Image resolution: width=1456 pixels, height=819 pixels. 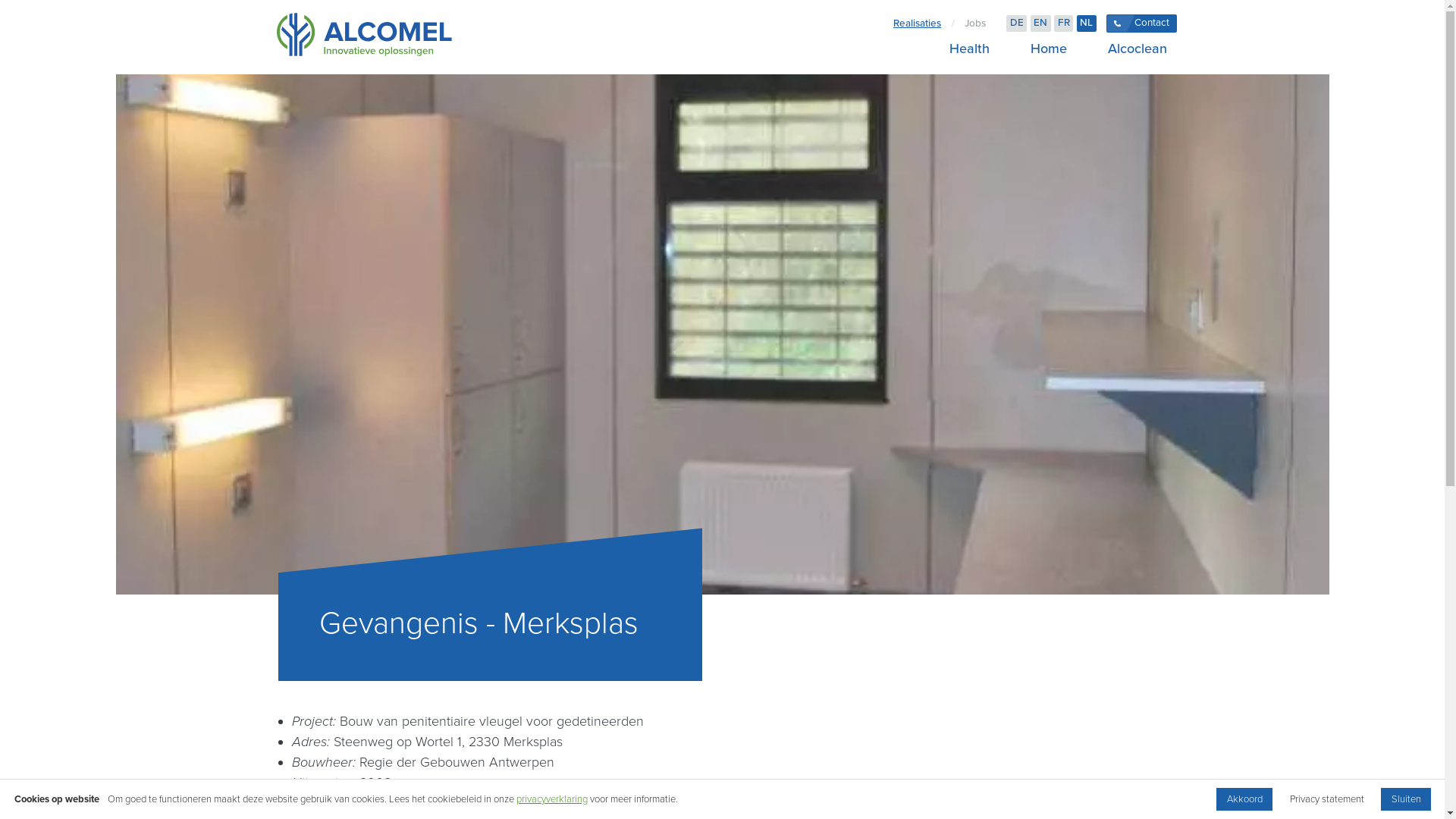 What do you see at coordinates (1244, 798) in the screenshot?
I see `'Akkoord'` at bounding box center [1244, 798].